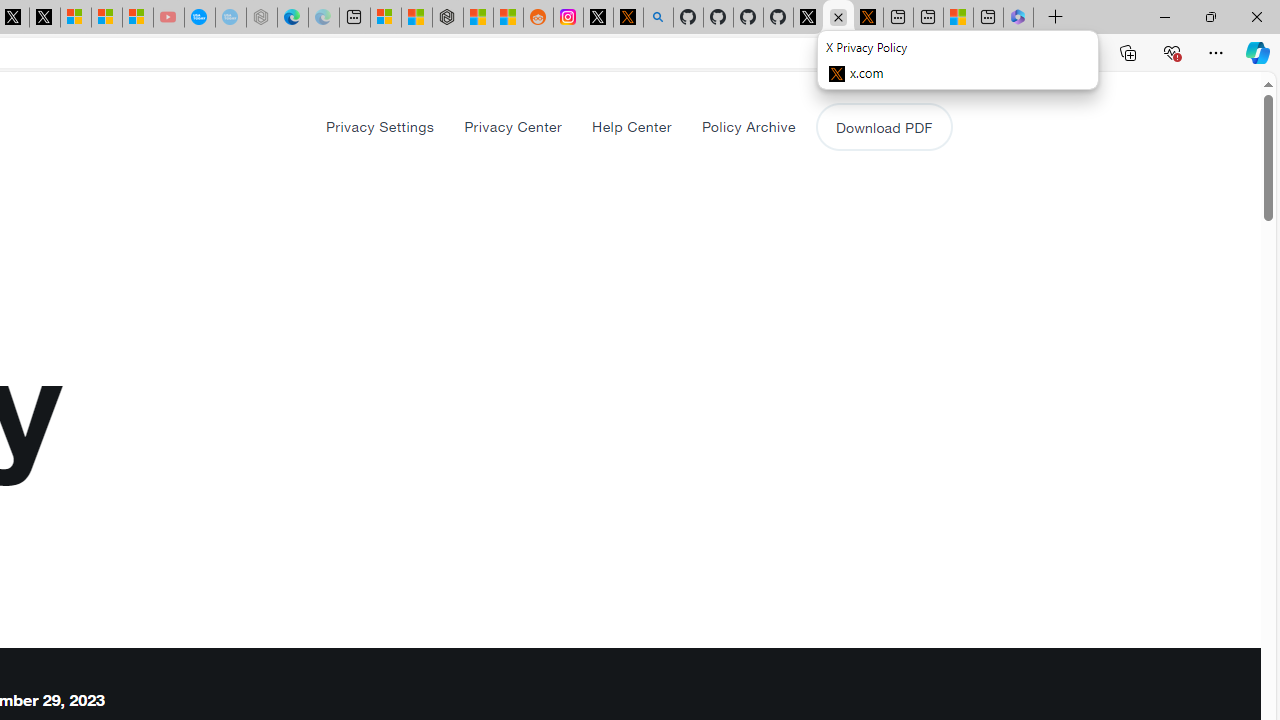 The image size is (1280, 720). Describe the element at coordinates (630, 126) in the screenshot. I see `'Help Center'` at that location.